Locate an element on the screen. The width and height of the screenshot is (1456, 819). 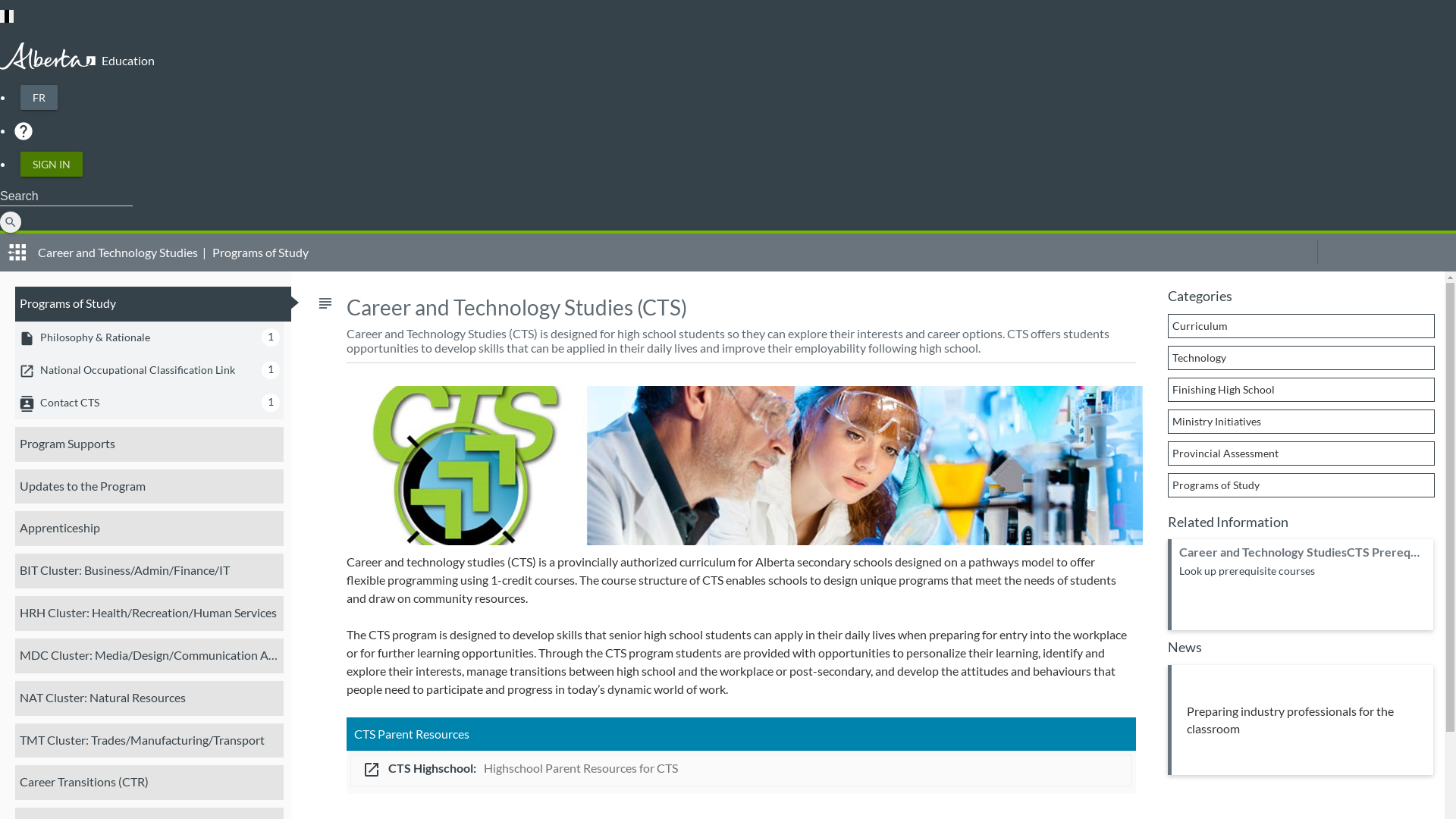
'Technology' is located at coordinates (1301, 357).